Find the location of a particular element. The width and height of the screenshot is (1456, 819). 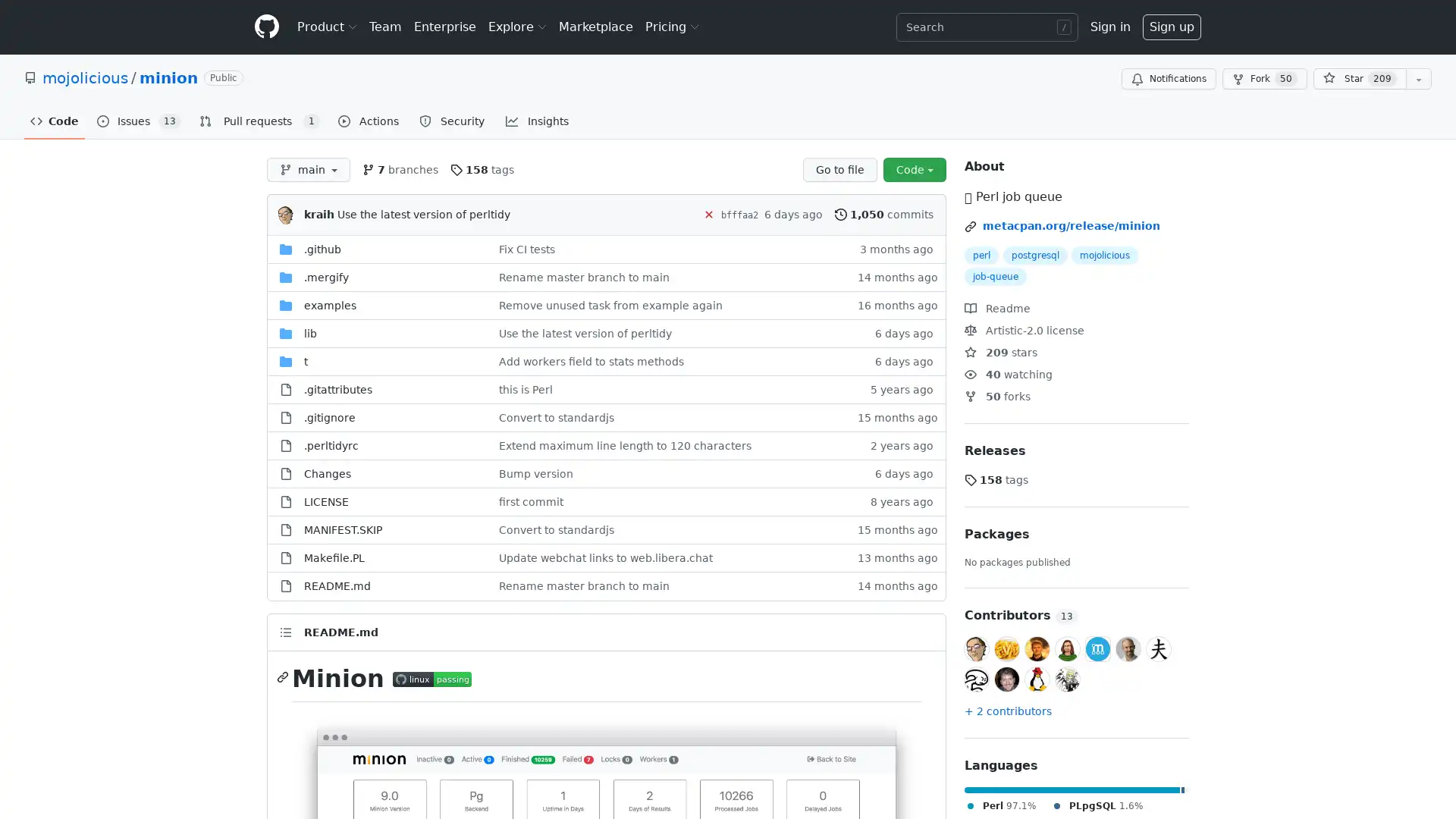

You must be signed in to add this repository to a list is located at coordinates (1418, 79).